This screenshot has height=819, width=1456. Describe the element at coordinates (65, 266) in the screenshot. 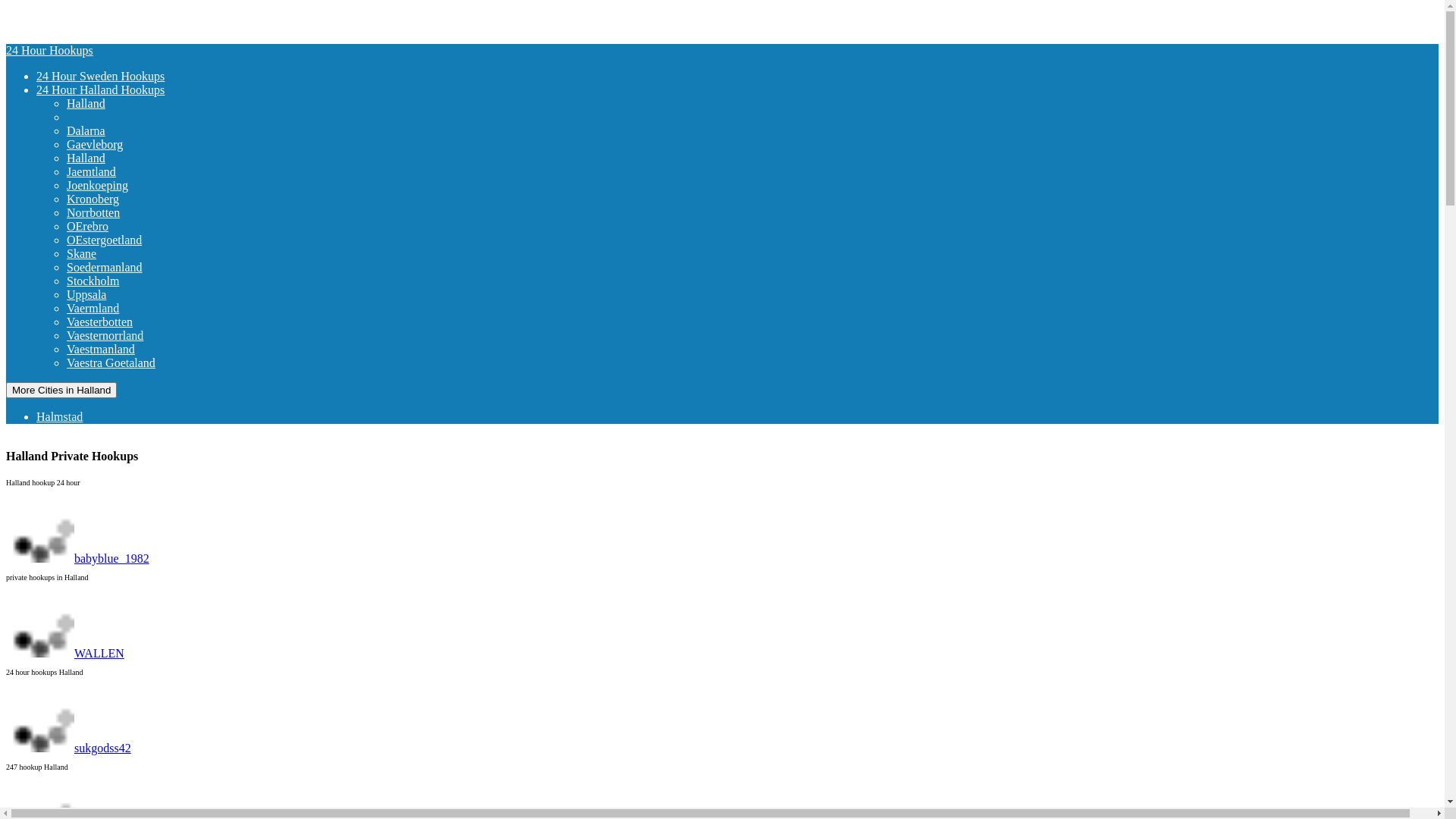

I see `'Soedermanland'` at that location.